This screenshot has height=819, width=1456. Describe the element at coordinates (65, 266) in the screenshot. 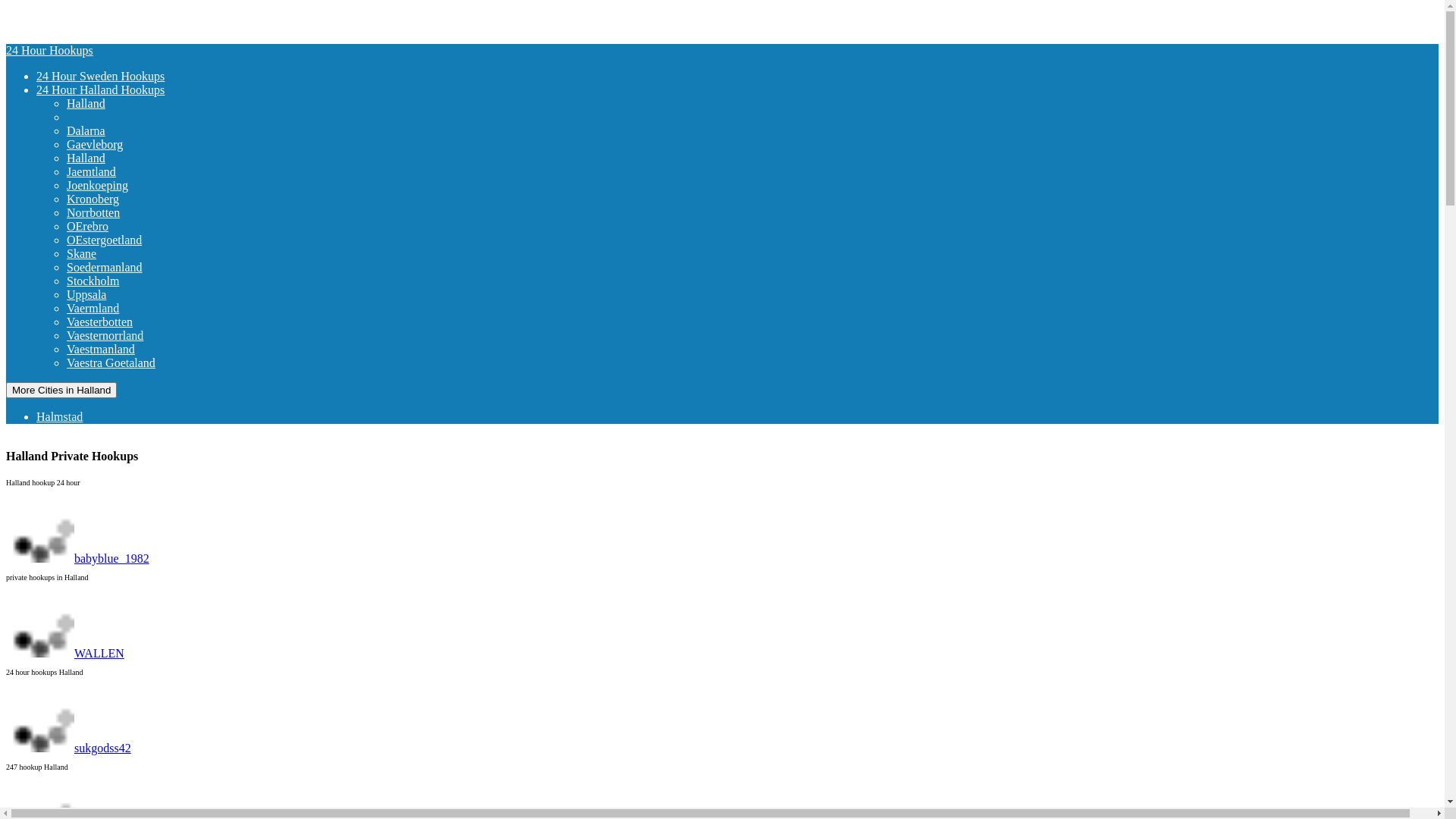

I see `'Soedermanland'` at that location.